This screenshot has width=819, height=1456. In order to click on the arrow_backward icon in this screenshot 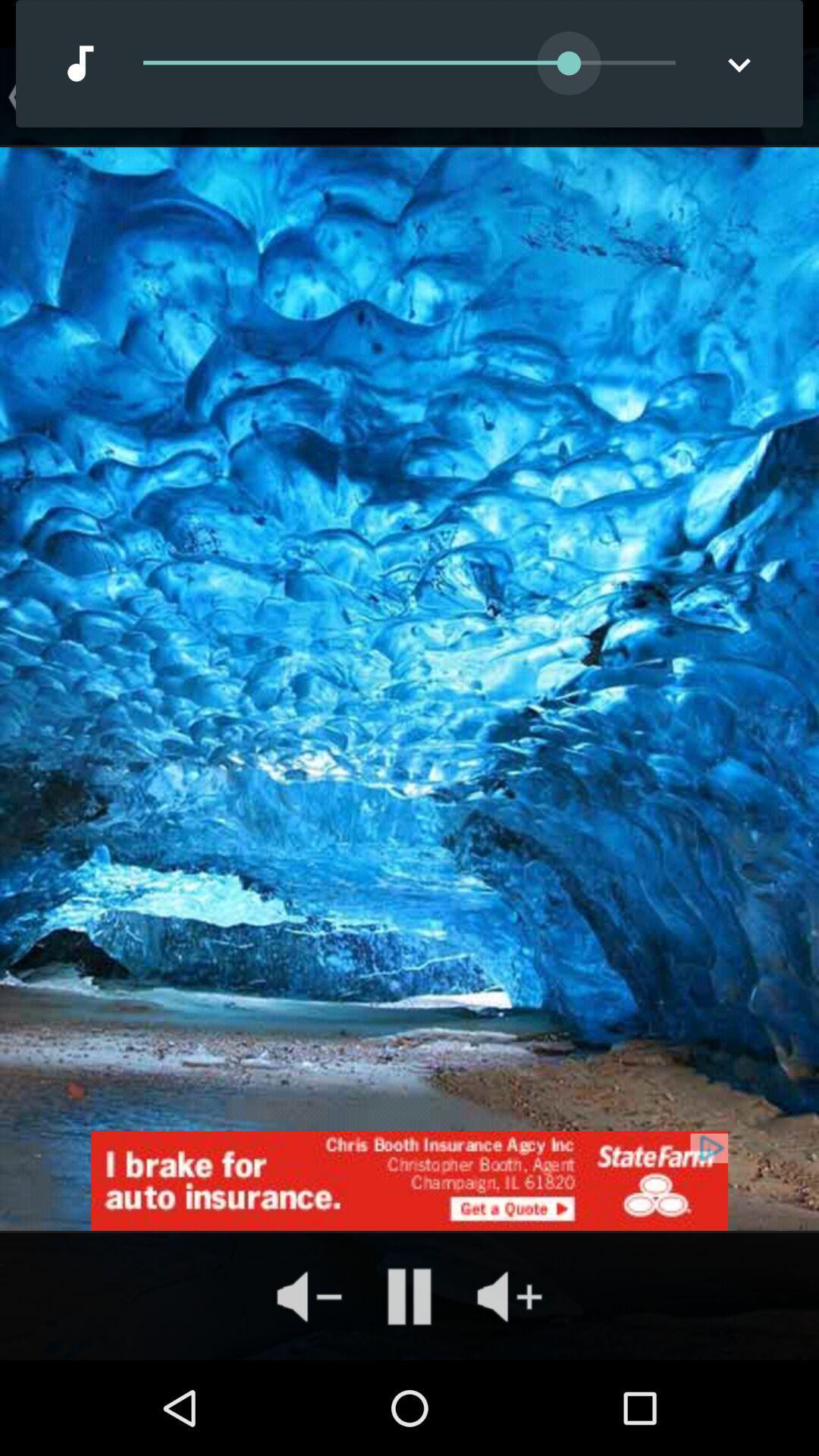, I will do `click(15, 96)`.